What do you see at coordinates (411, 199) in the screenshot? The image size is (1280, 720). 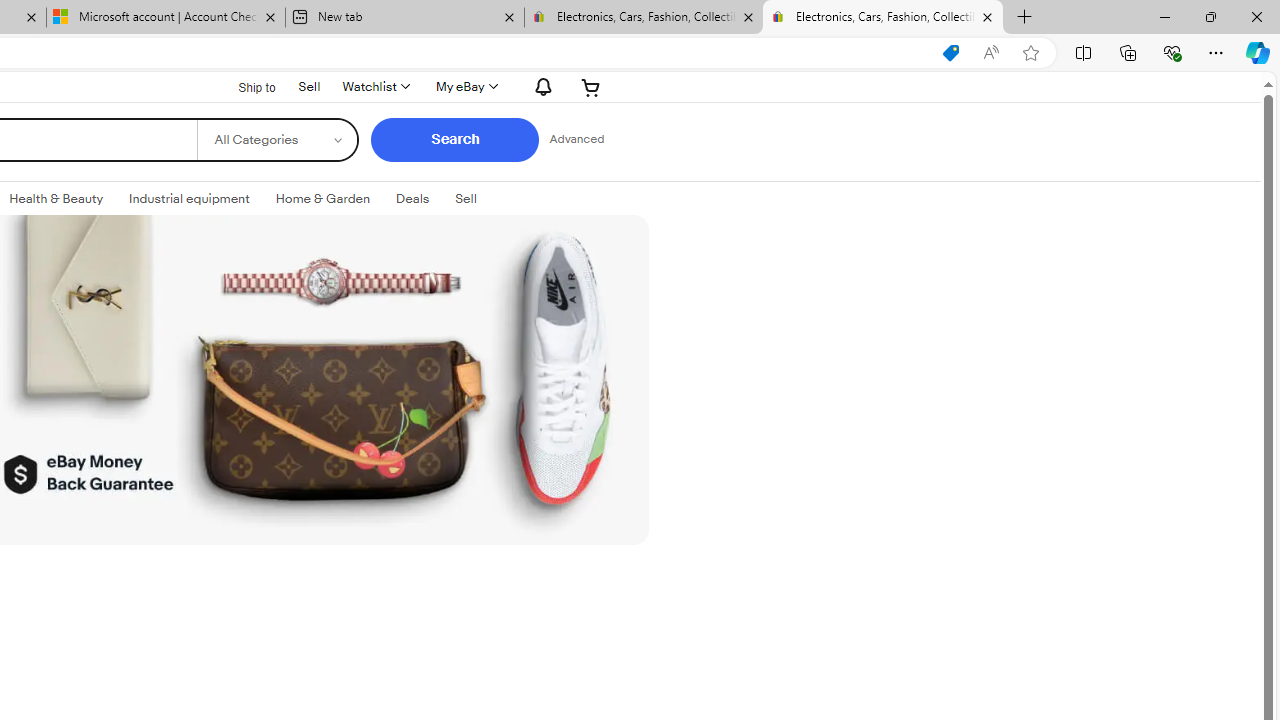 I see `'Deals'` at bounding box center [411, 199].